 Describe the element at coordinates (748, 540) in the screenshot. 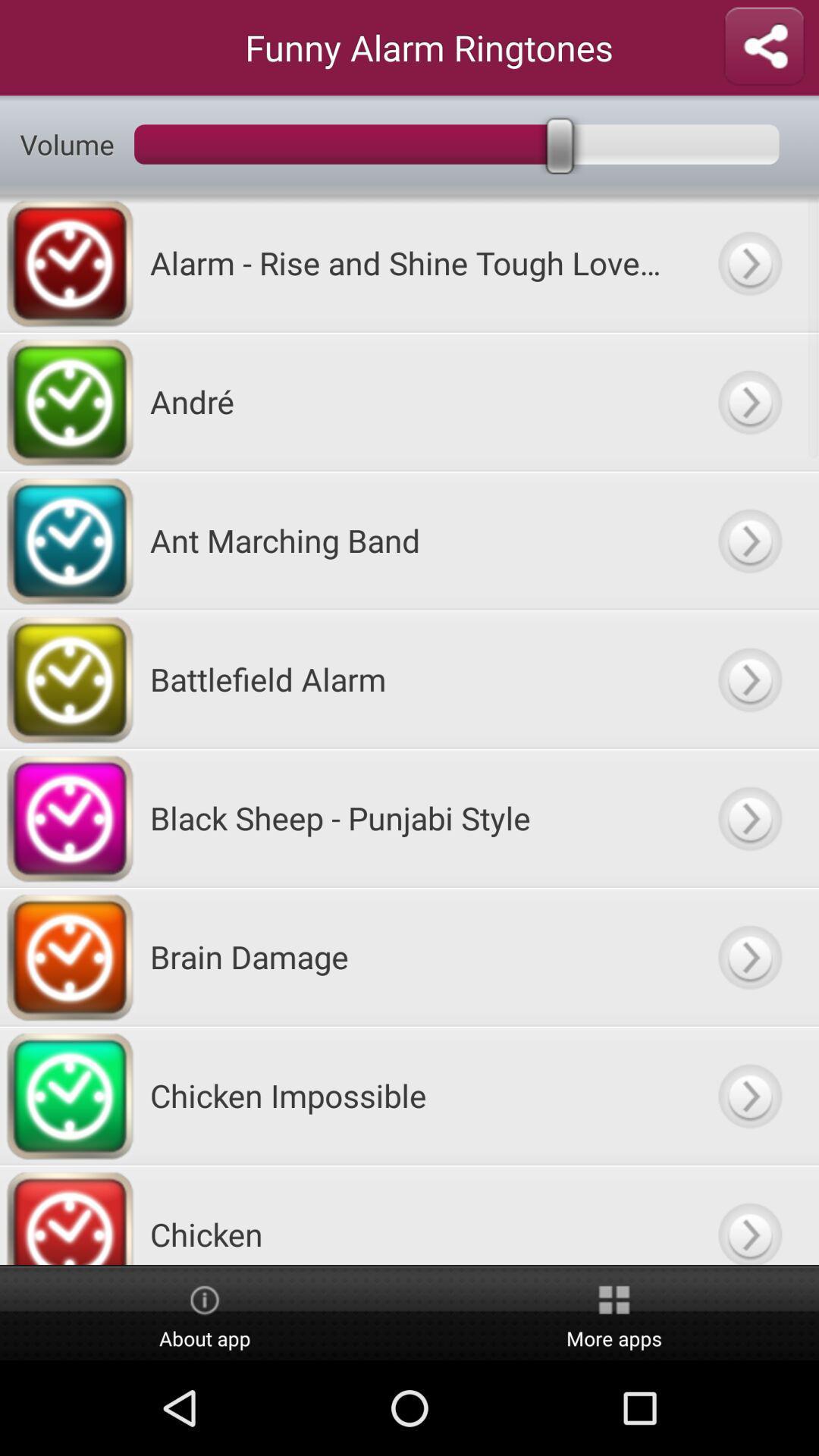

I see `ringtone` at that location.